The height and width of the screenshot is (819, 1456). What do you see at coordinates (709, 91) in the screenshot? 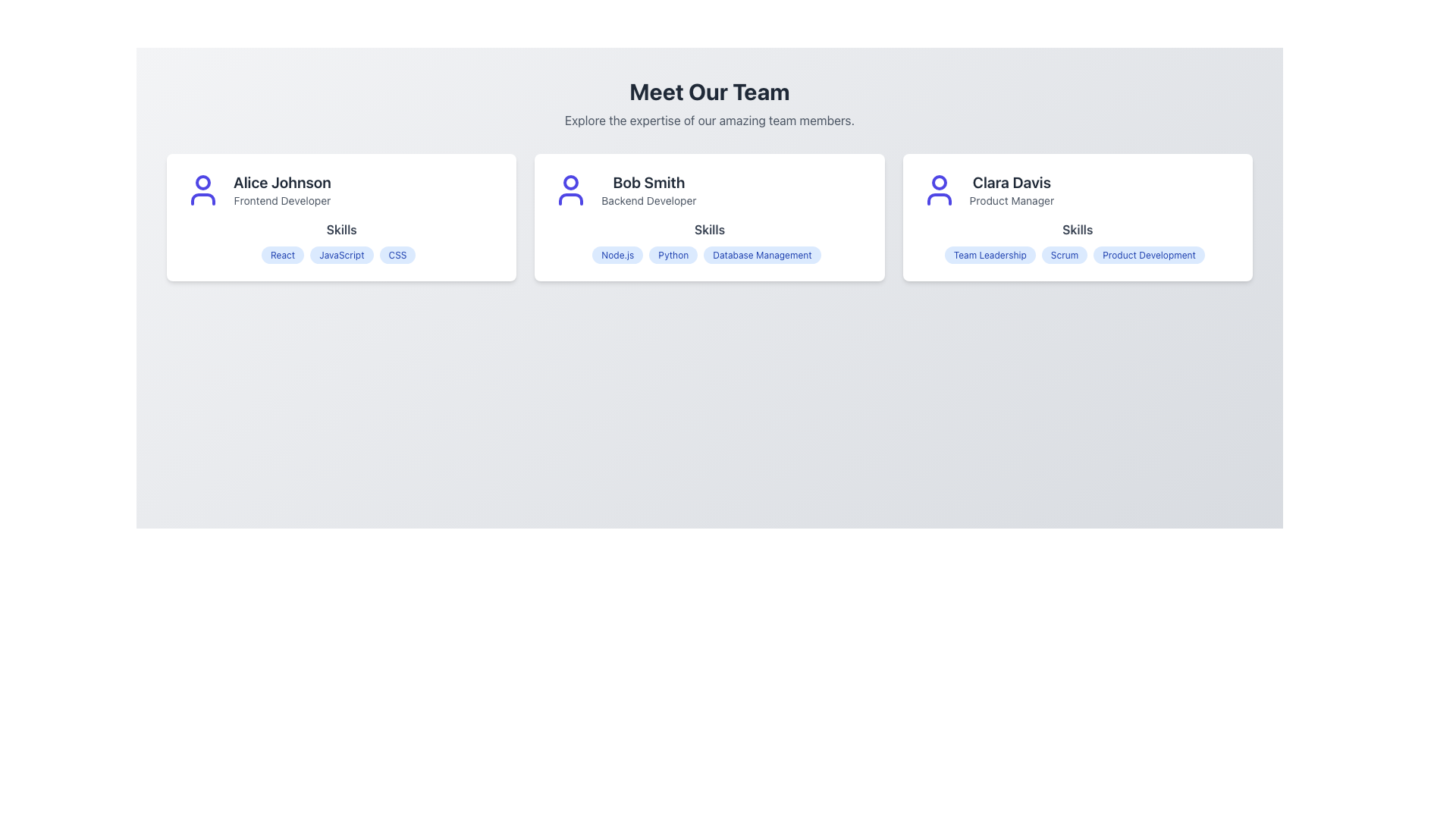
I see `the text heading element that reads 'Meet Our Team', which is prominently displayed in bold and large dark gray font at the top of the interface` at bounding box center [709, 91].